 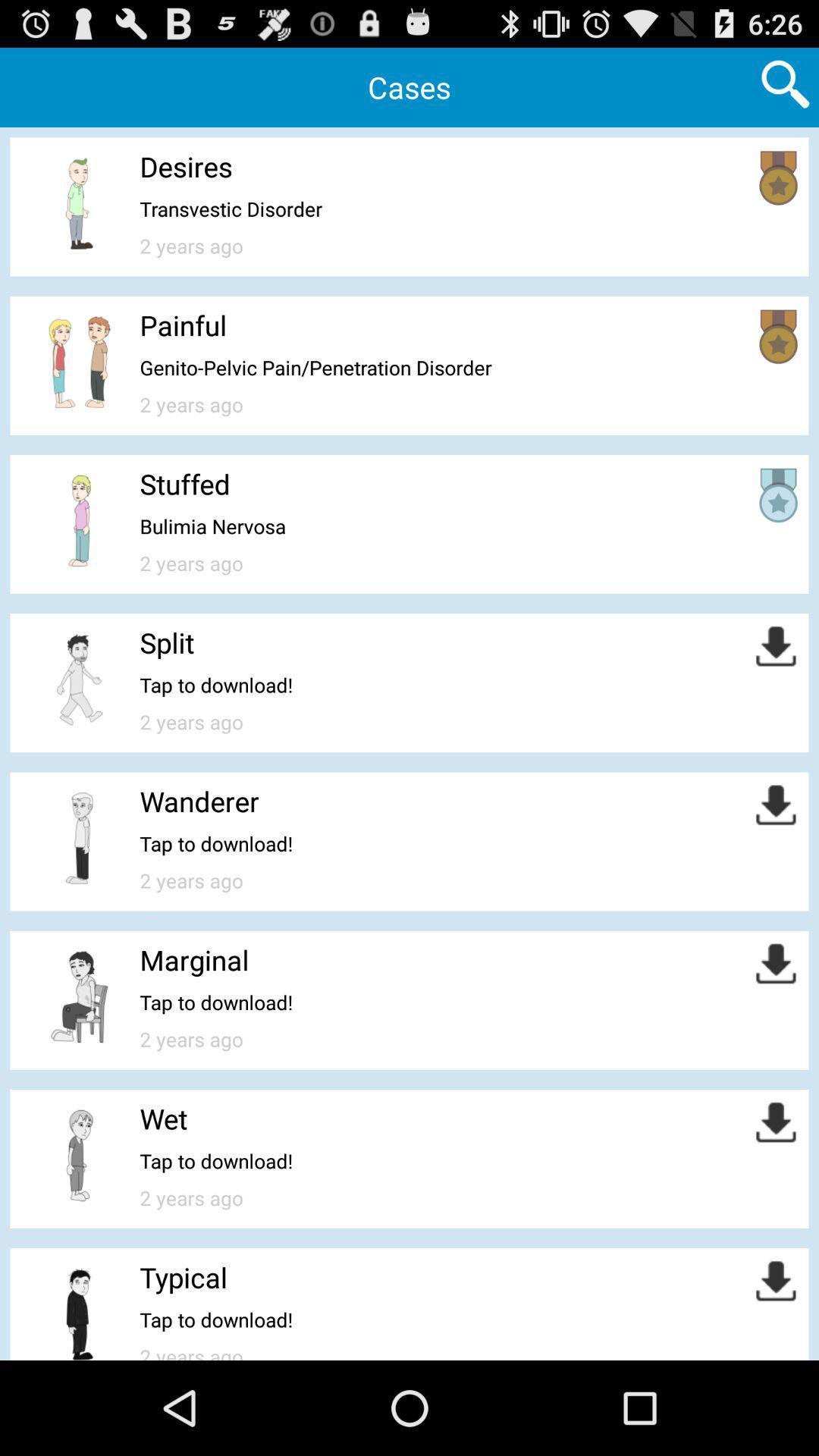 I want to click on the painful, so click(x=182, y=324).